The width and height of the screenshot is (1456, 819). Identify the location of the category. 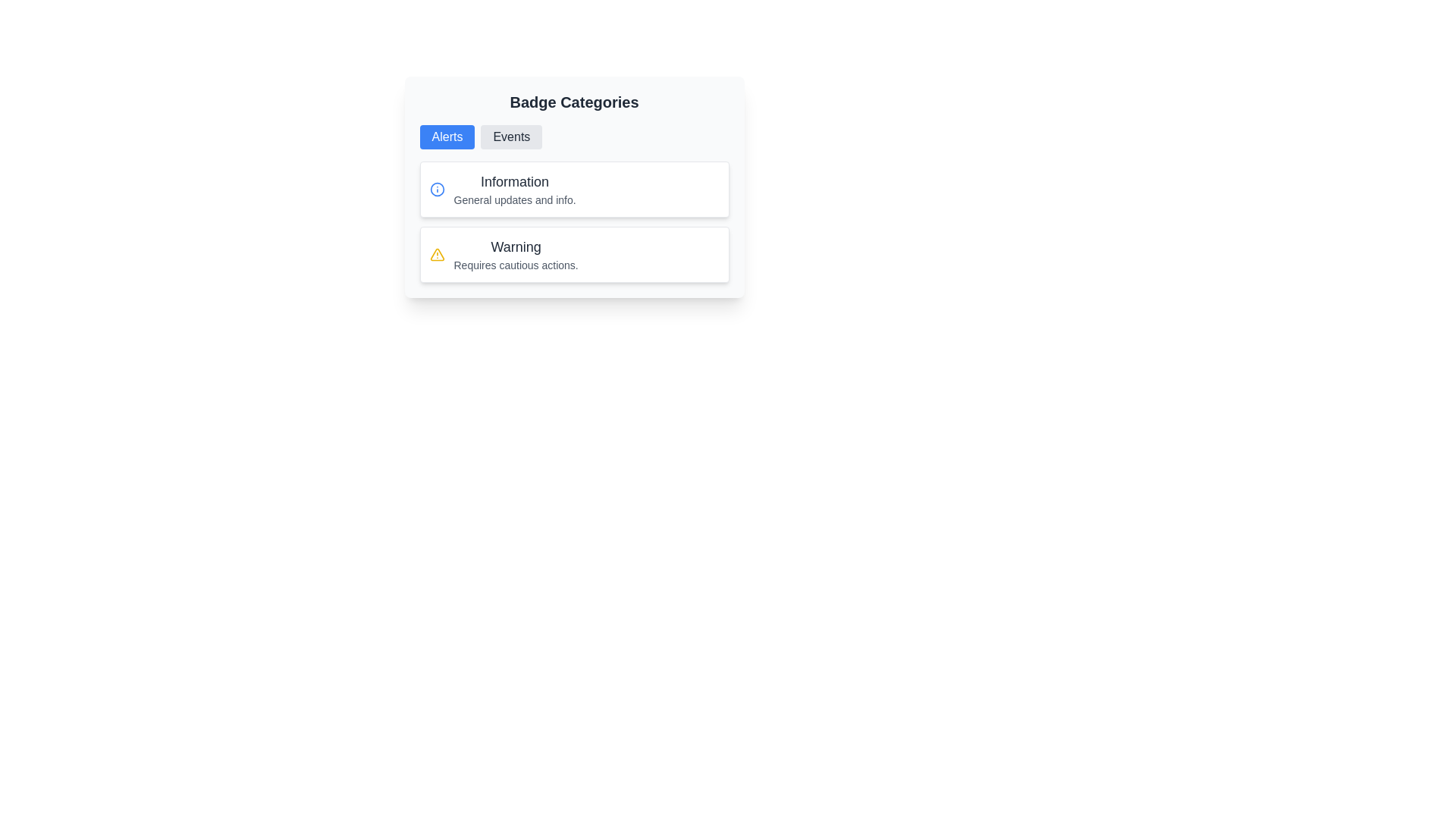
(515, 189).